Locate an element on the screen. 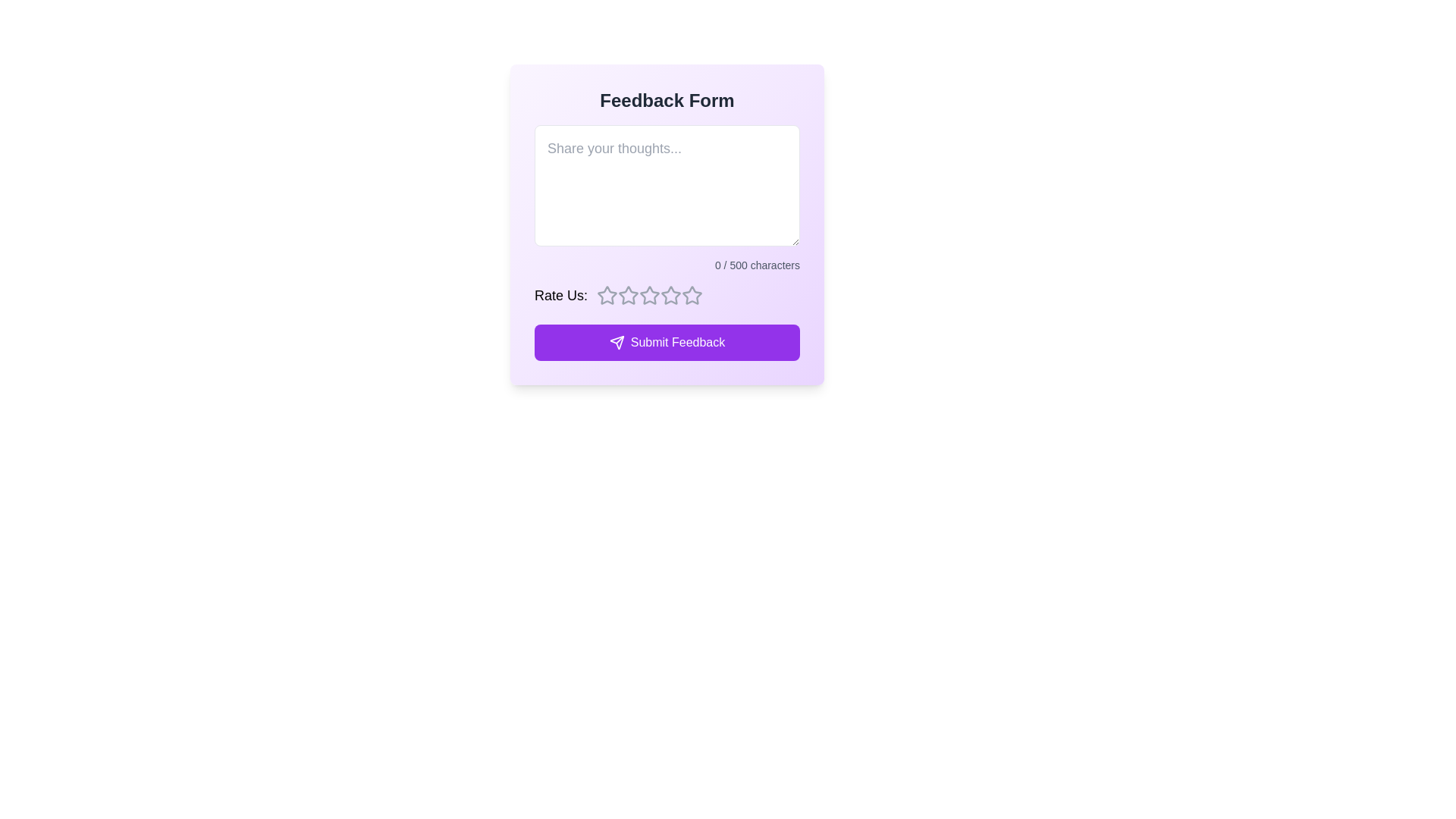  the third star icon in the horizontal row of five stars used for rating feedback, located below the feedback text box and above the submission button is located at coordinates (629, 295).